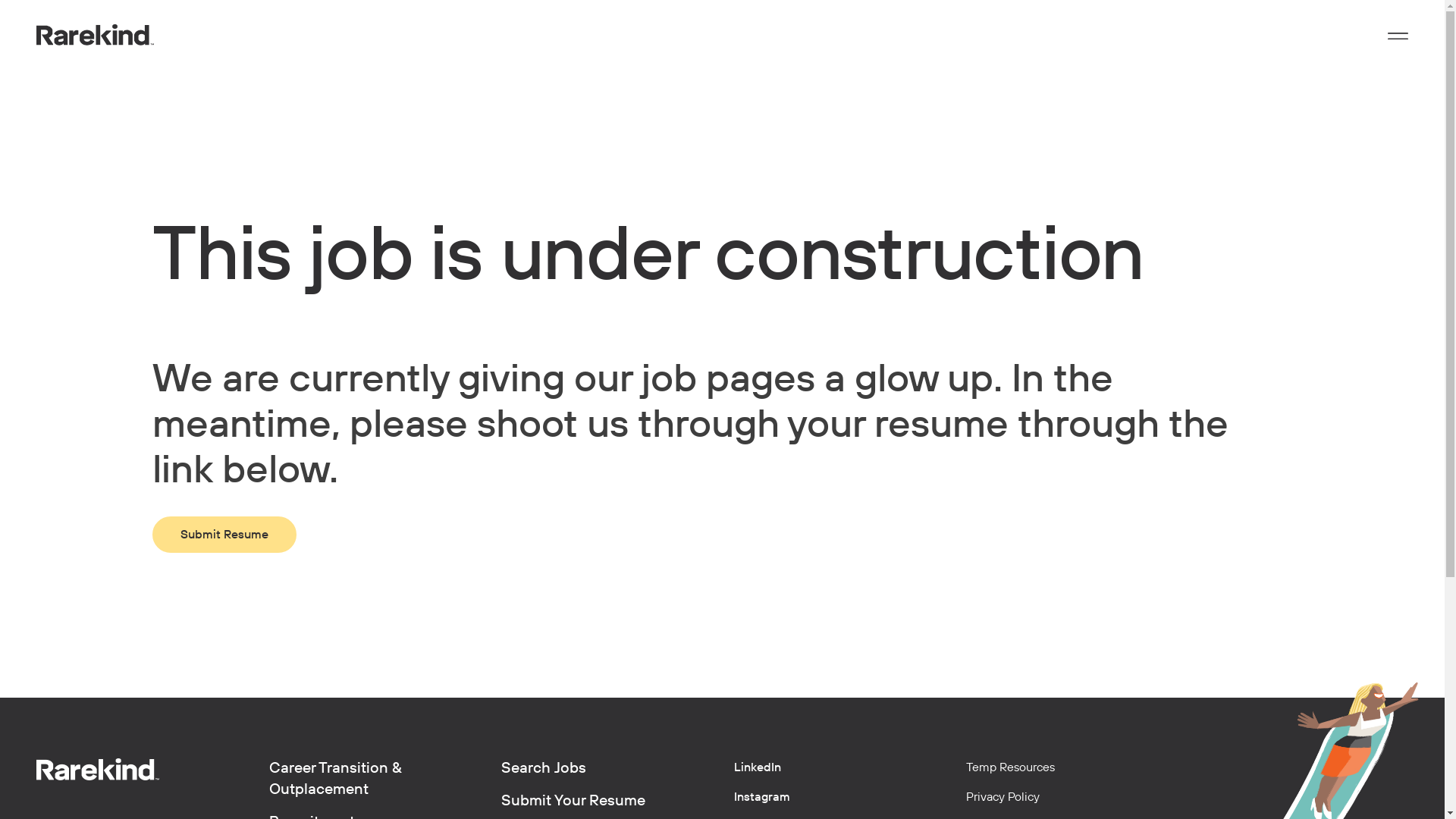 The image size is (1456, 819). What do you see at coordinates (268, 785) in the screenshot?
I see `'Career Transition & Outplacement'` at bounding box center [268, 785].